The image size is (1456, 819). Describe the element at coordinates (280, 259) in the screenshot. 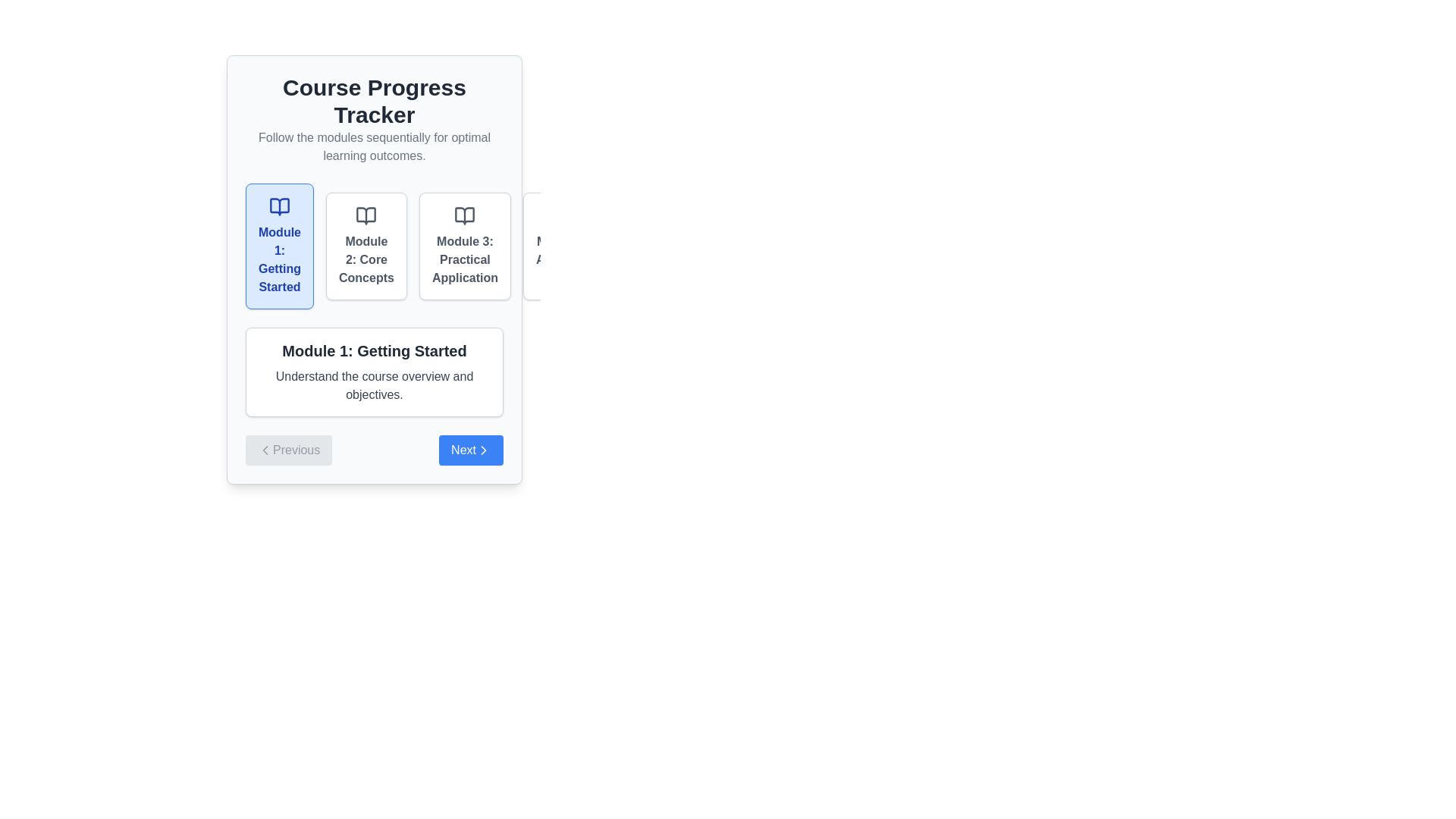

I see `the bold descriptive text label located at the center of the first module representation box in the course progress tracker, which provides its name and purpose to guide the user` at that location.